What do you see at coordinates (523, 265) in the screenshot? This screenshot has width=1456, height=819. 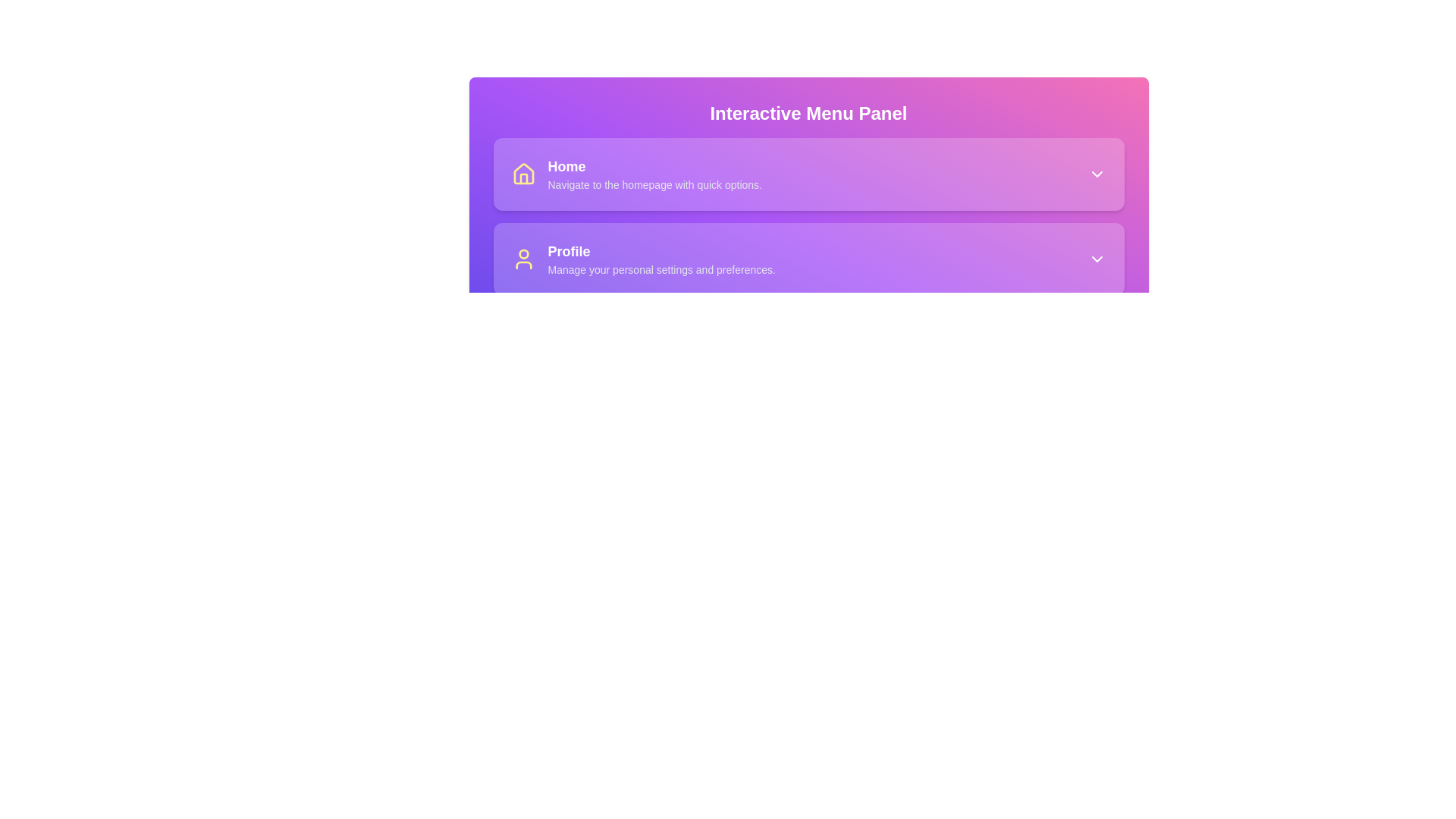 I see `the yellow curved line that forms the bottom portion of the user profile icon in the Profile section of the interactive menu panel` at bounding box center [523, 265].